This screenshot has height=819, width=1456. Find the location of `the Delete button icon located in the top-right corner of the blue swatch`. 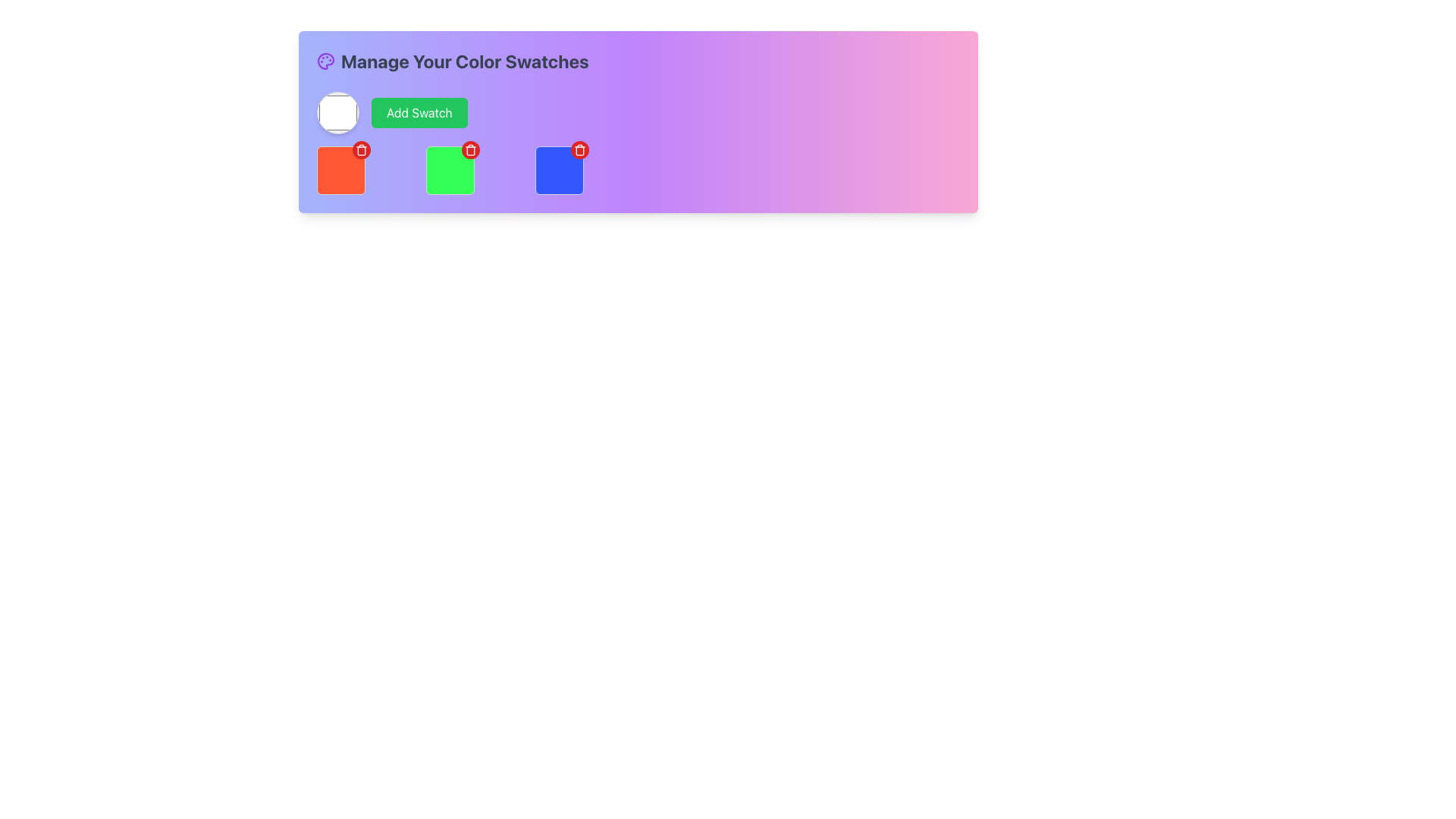

the Delete button icon located in the top-right corner of the blue swatch is located at coordinates (579, 149).